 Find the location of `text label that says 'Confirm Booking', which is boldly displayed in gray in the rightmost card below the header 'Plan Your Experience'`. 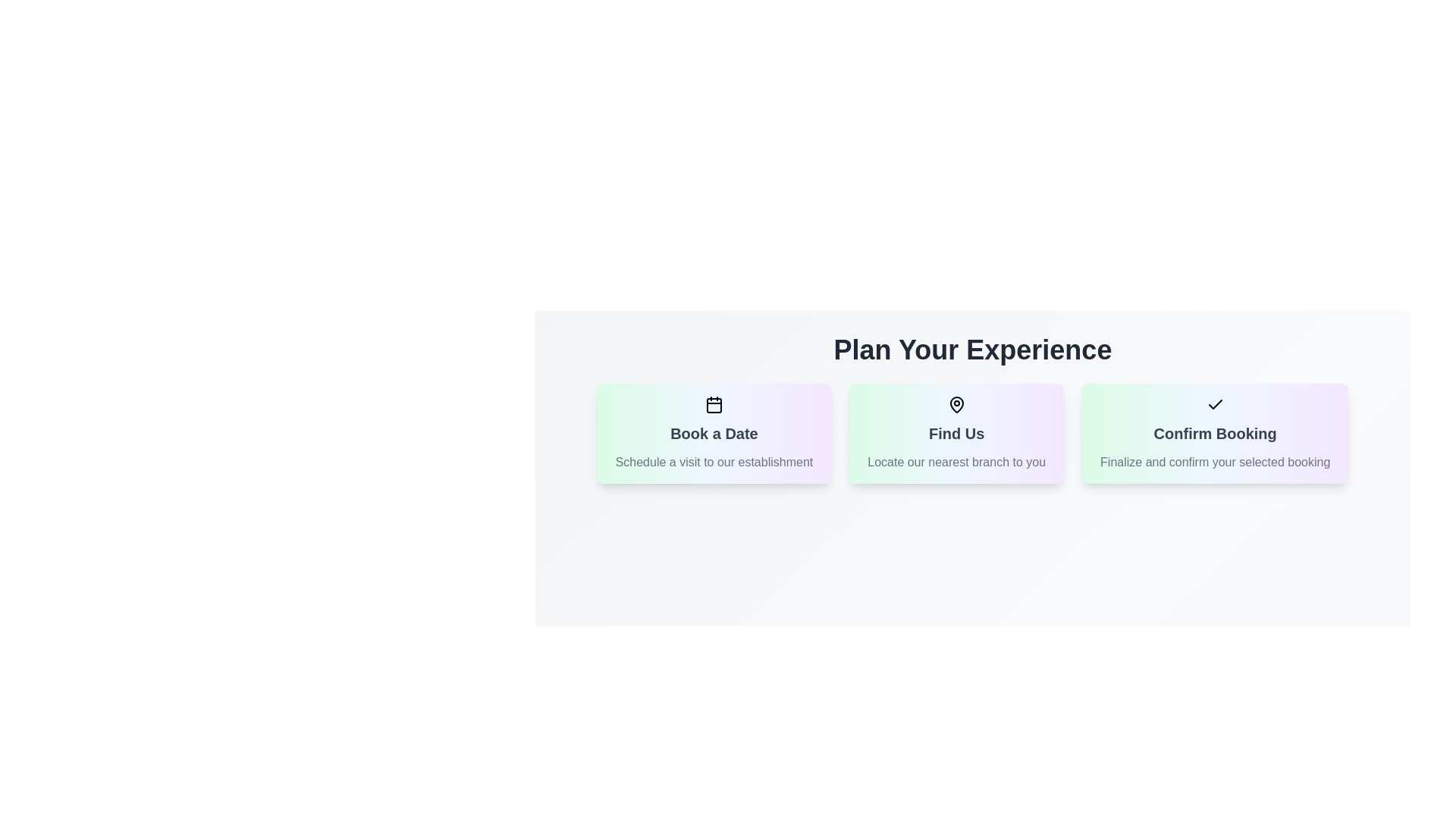

text label that says 'Confirm Booking', which is boldly displayed in gray in the rightmost card below the header 'Plan Your Experience' is located at coordinates (1215, 433).